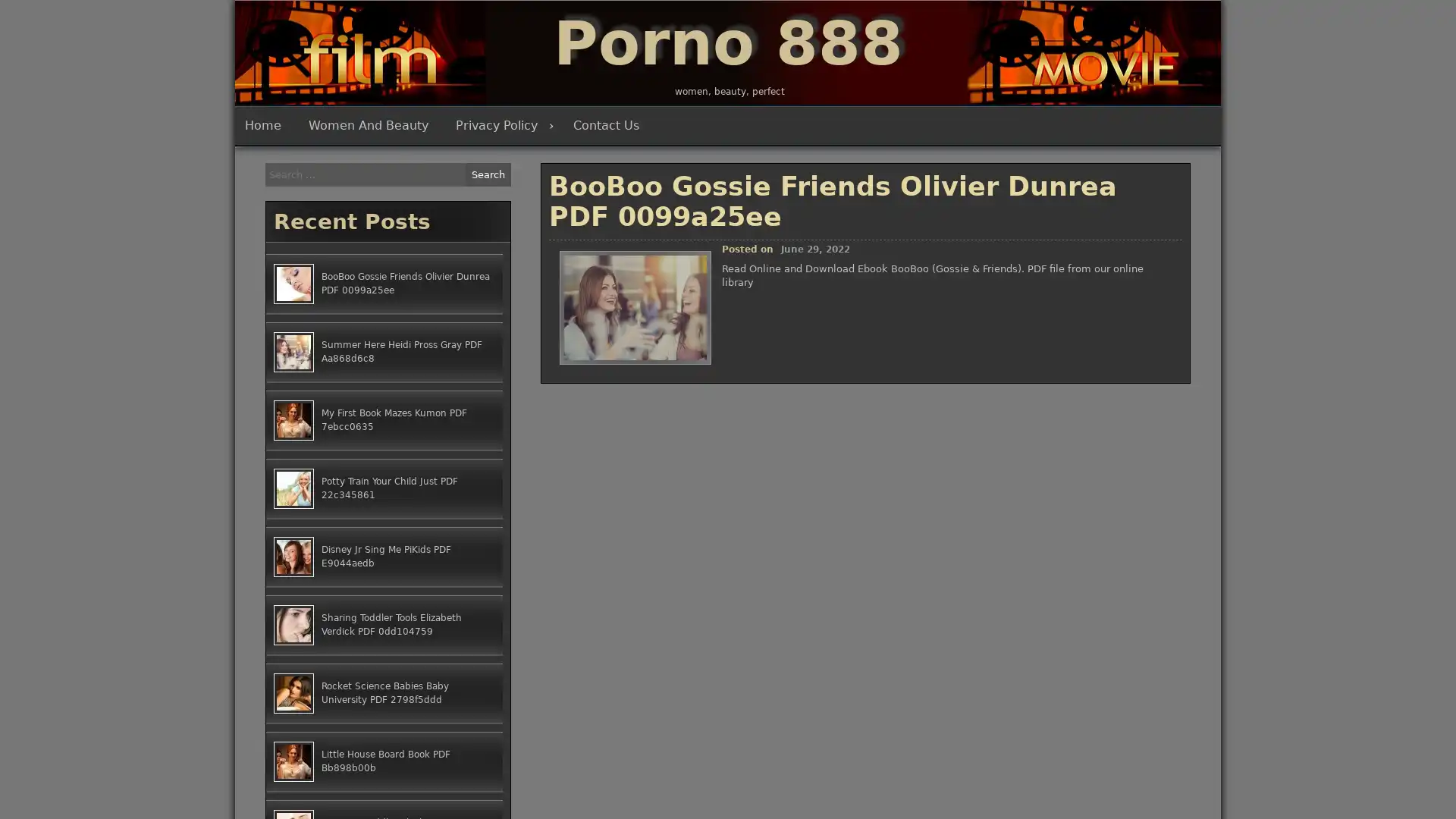 Image resolution: width=1456 pixels, height=819 pixels. I want to click on Search, so click(488, 174).